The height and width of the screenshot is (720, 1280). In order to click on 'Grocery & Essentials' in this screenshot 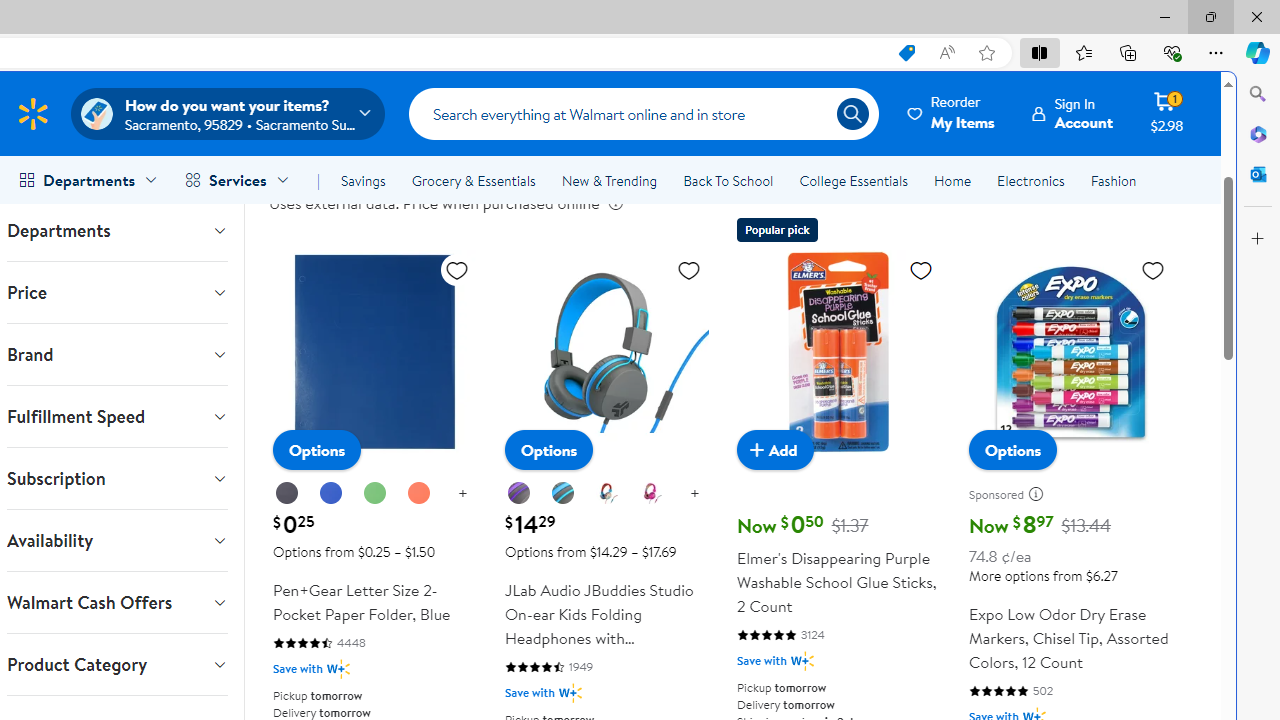, I will do `click(472, 181)`.